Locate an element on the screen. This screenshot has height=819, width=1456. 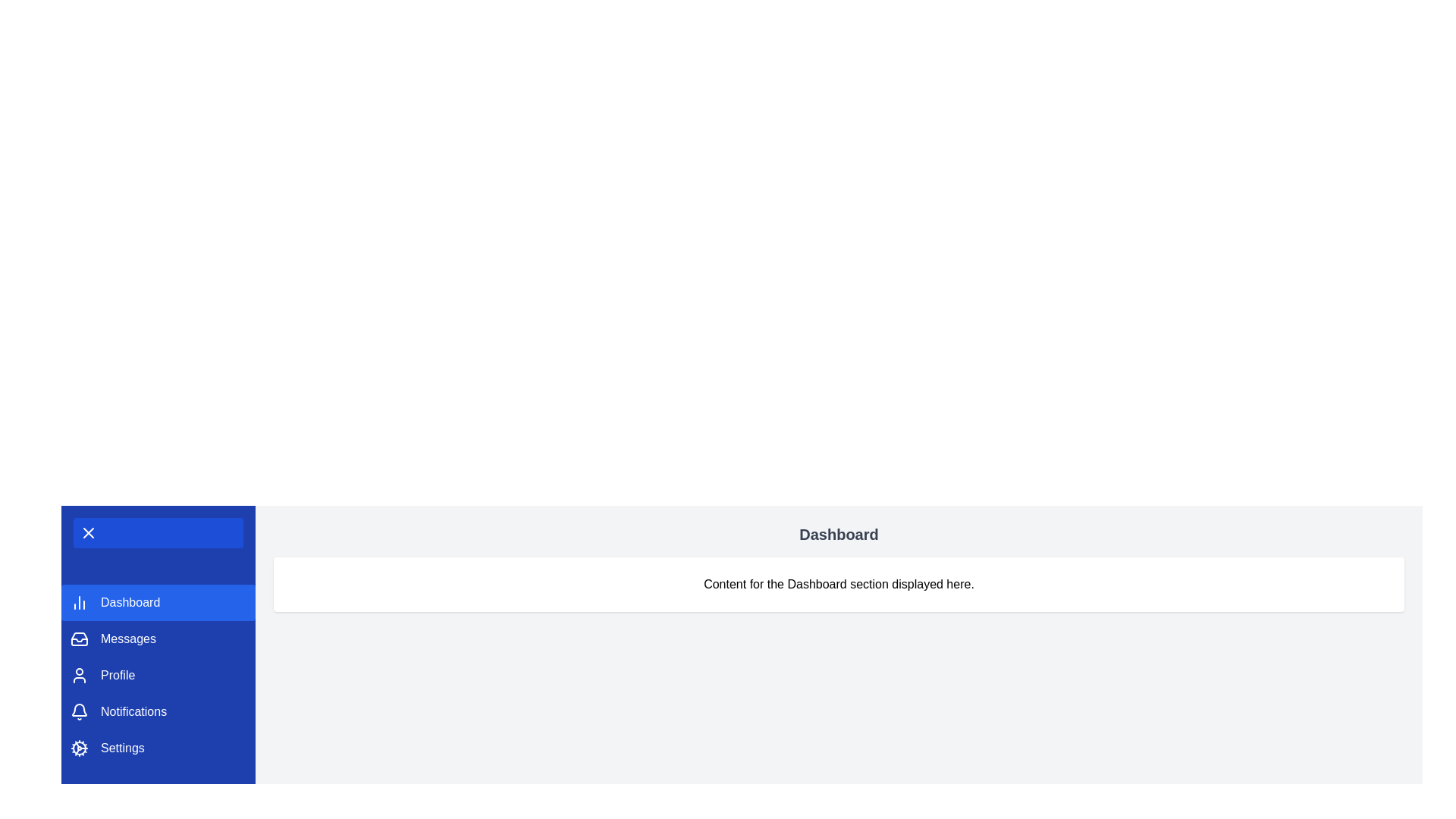
the cog-shaped settings icon located on the left-side navigation menu, positioned is located at coordinates (79, 748).